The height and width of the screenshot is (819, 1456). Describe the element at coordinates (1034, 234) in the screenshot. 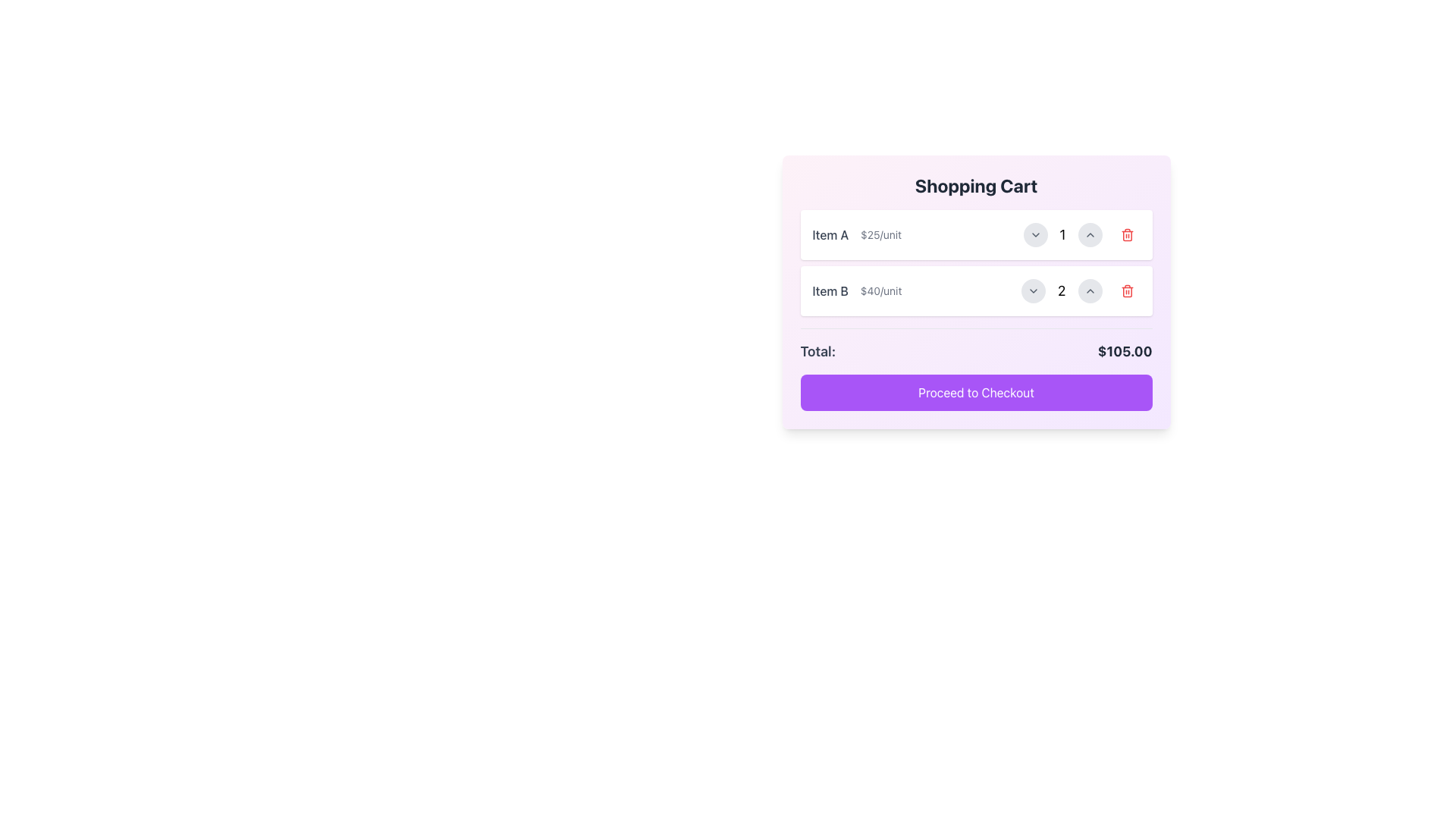

I see `the dropdown button located in the shopping cart interface, positioned to the left of the quantity '1'` at that location.